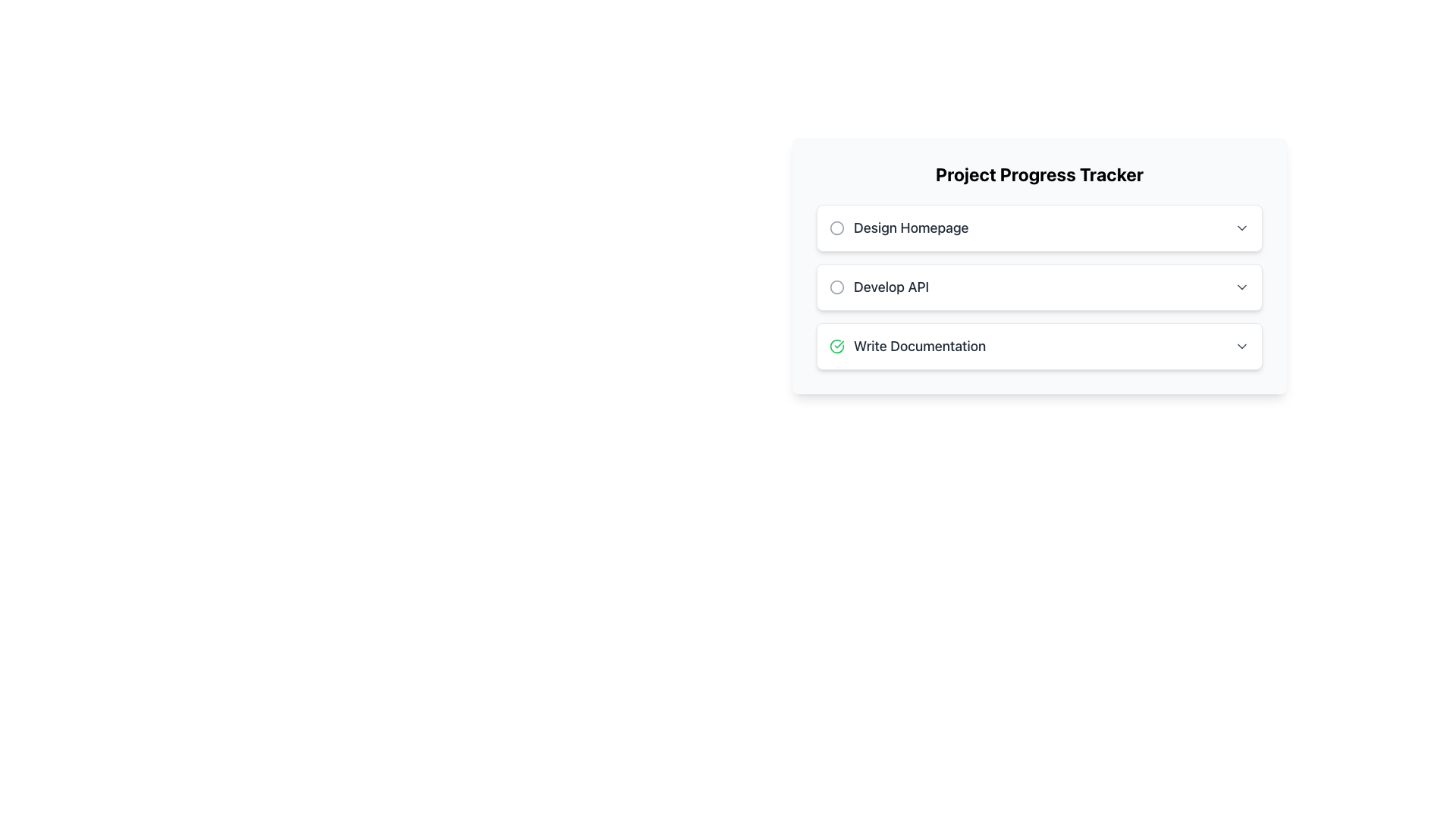  Describe the element at coordinates (1241, 346) in the screenshot. I see `the Dropdown Toggle Icon located to the far right of the 'Write Documentation' text to provide visual feedback` at that location.